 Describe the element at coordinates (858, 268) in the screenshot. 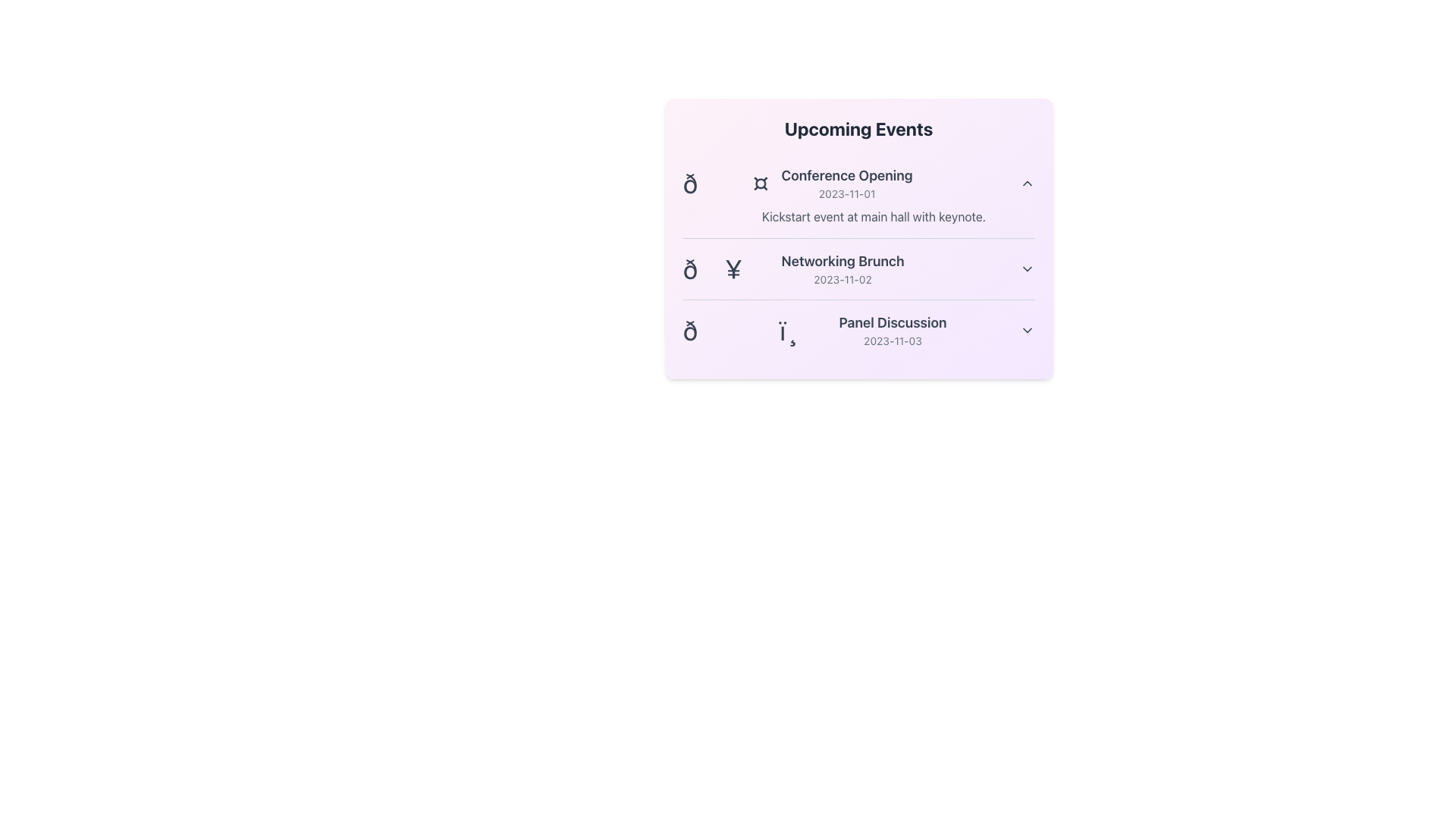

I see `the interactive arrow icon on the 'Networking Brunch' event` at that location.